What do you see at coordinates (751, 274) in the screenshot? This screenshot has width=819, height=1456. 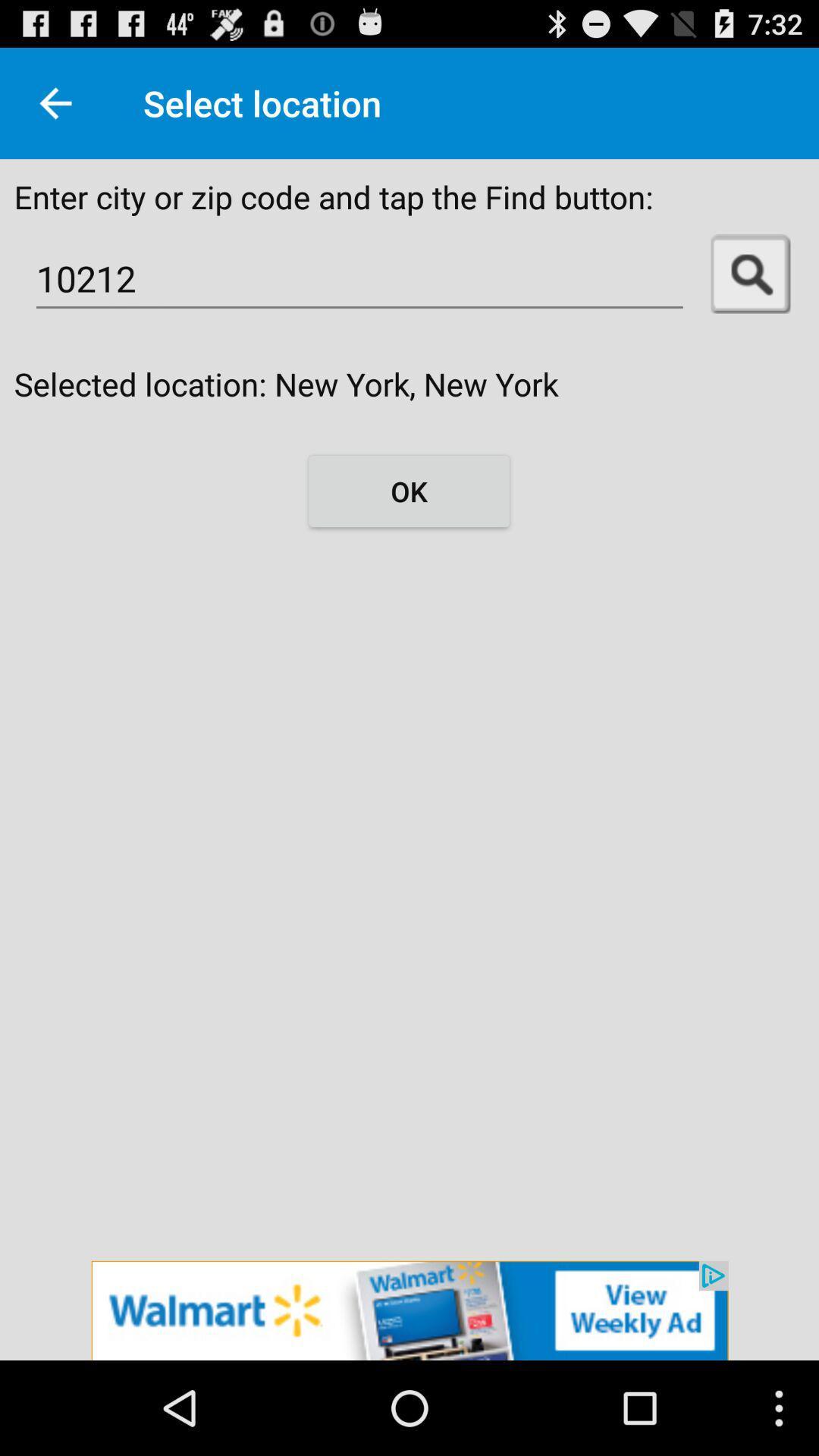 I see `search button` at bounding box center [751, 274].